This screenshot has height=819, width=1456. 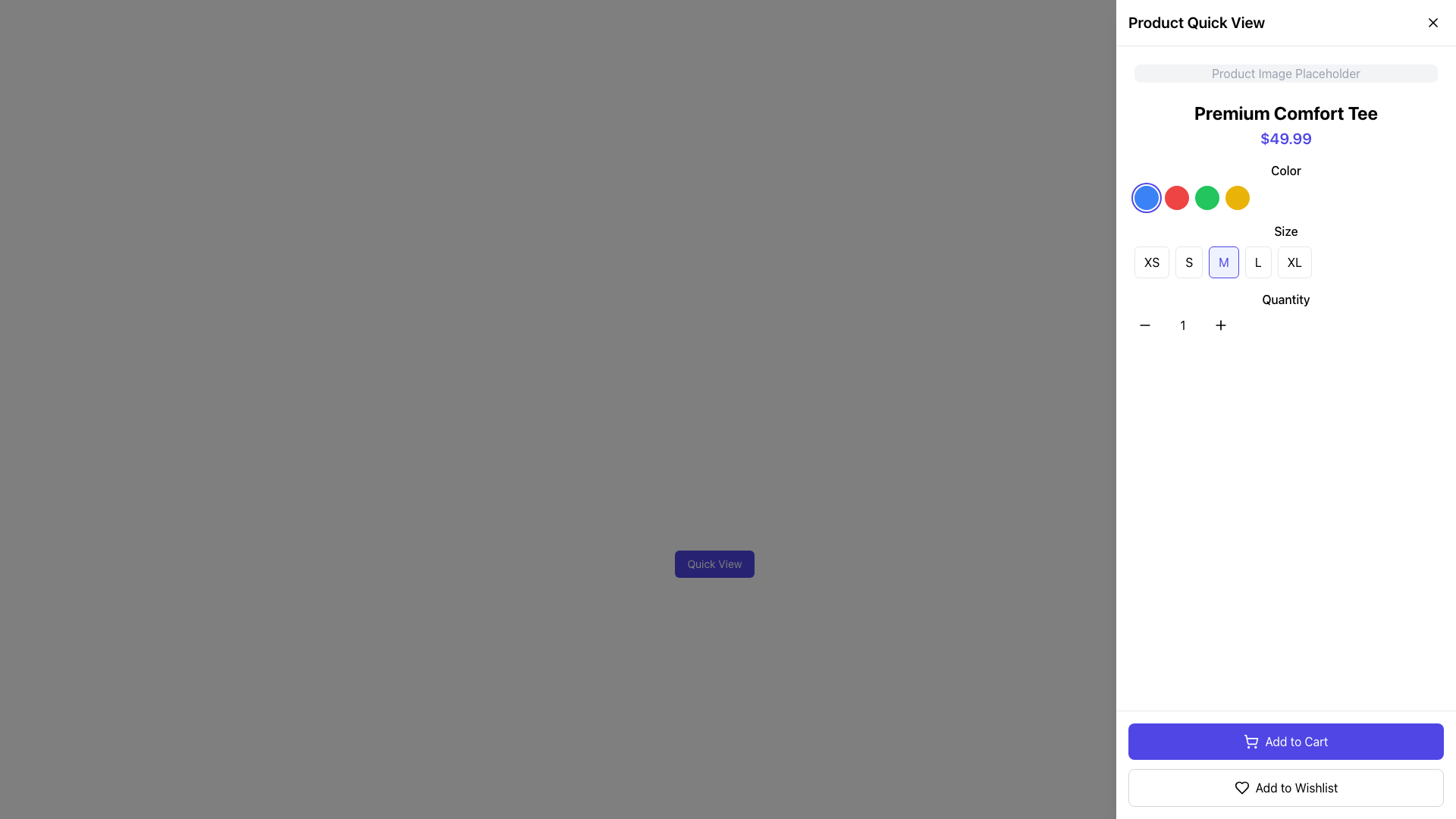 What do you see at coordinates (1285, 741) in the screenshot?
I see `the 'Add to Cart' button, which is a horizontally rectangular button with a solid indigo background and white text, located at the bottom section of the modal interface` at bounding box center [1285, 741].